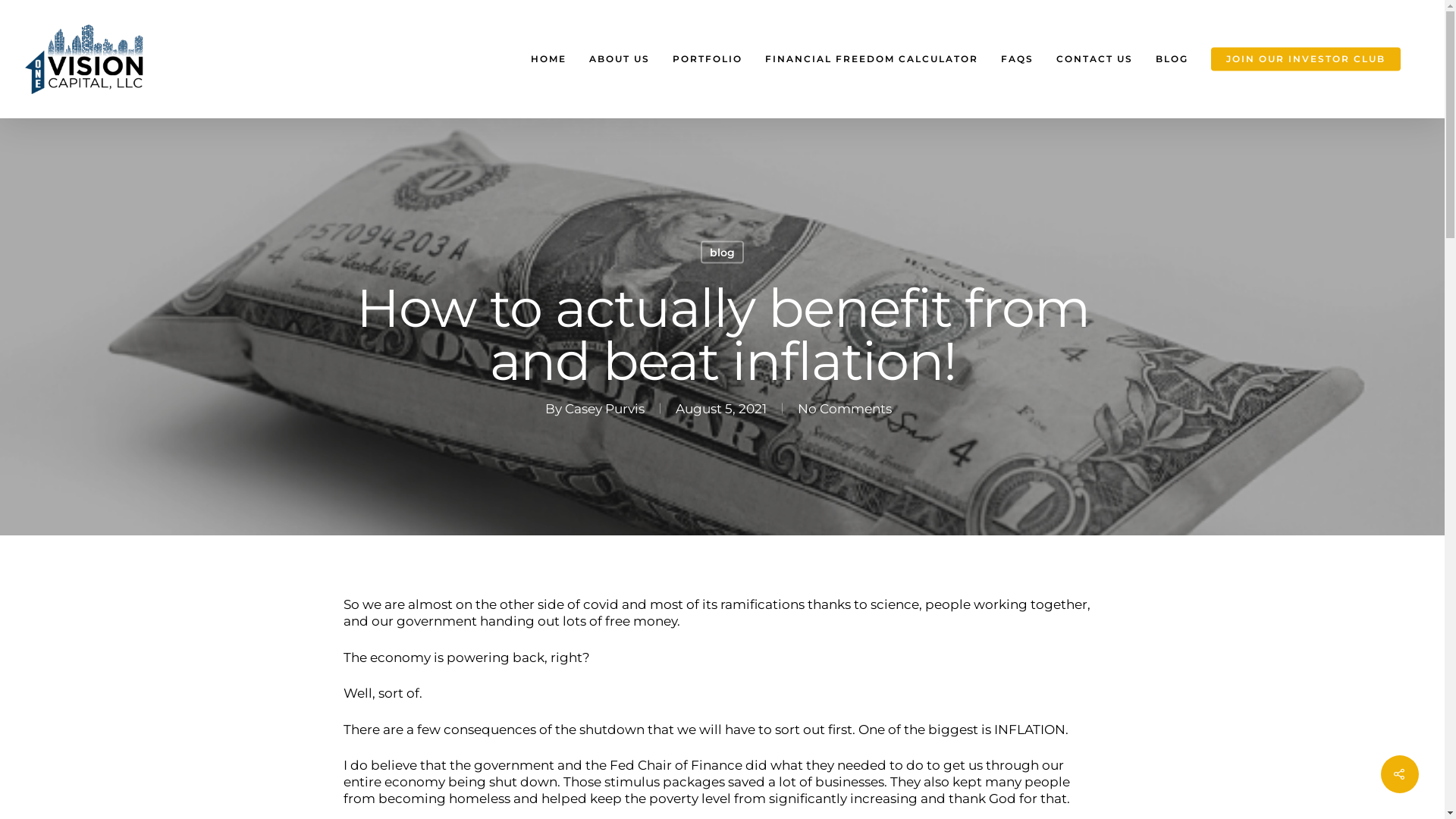 This screenshot has height=819, width=1456. I want to click on 'HOME', so click(519, 58).